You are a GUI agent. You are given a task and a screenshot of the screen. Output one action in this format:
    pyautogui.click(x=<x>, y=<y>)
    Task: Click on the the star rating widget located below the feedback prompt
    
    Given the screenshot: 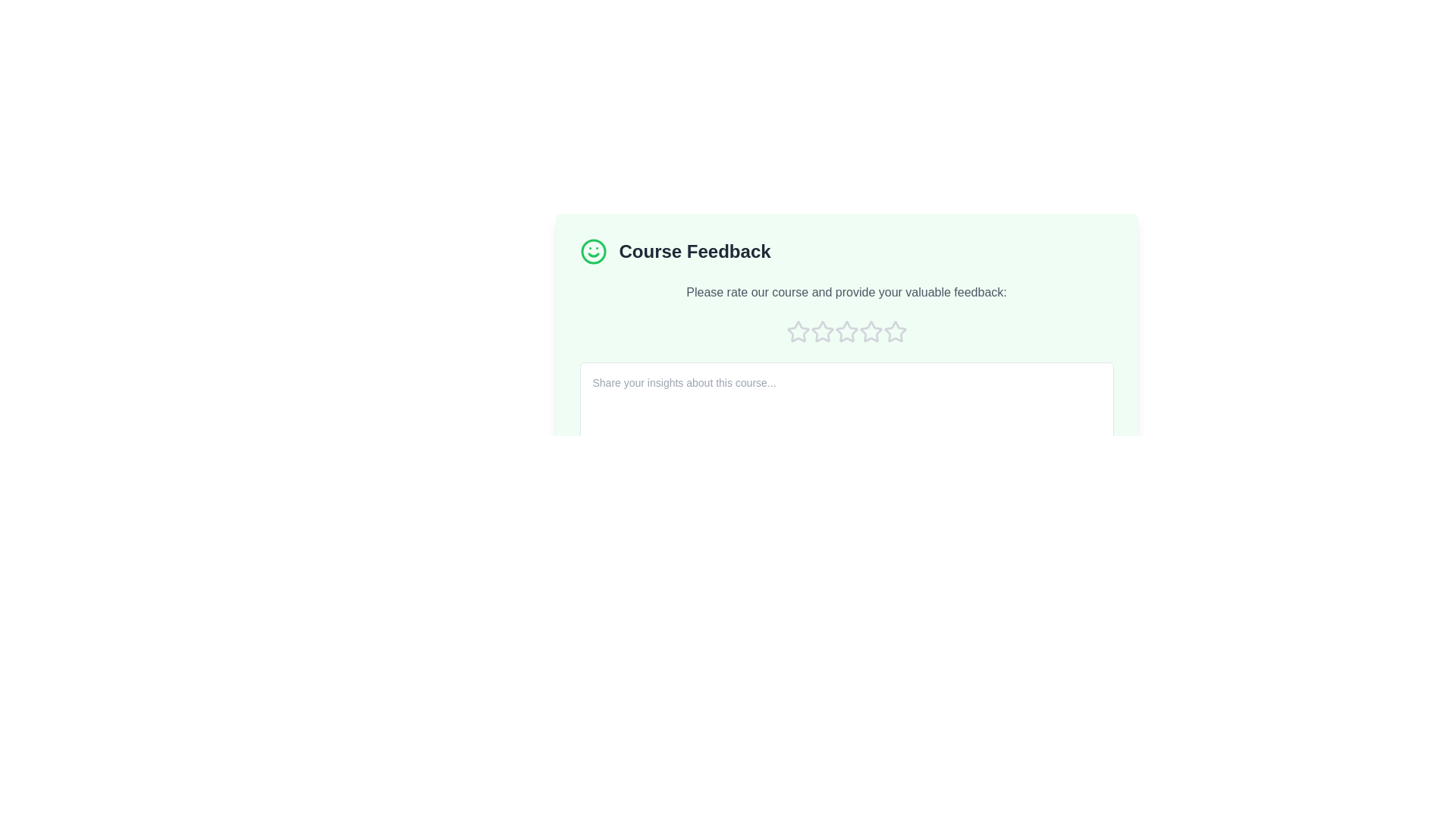 What is the action you would take?
    pyautogui.click(x=846, y=331)
    